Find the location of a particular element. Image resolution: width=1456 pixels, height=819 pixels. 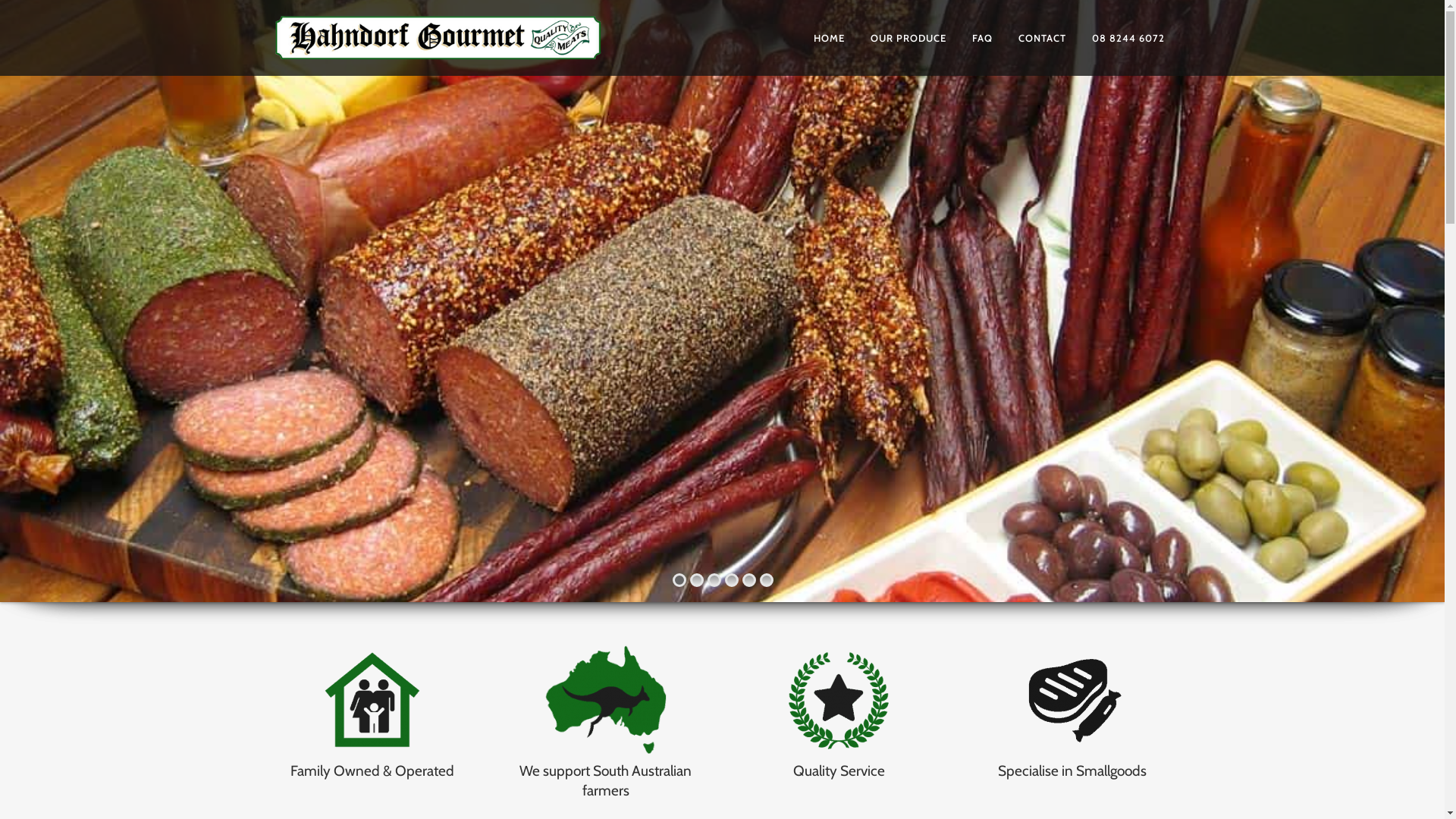

'hg-pod12-01' is located at coordinates (372, 701).